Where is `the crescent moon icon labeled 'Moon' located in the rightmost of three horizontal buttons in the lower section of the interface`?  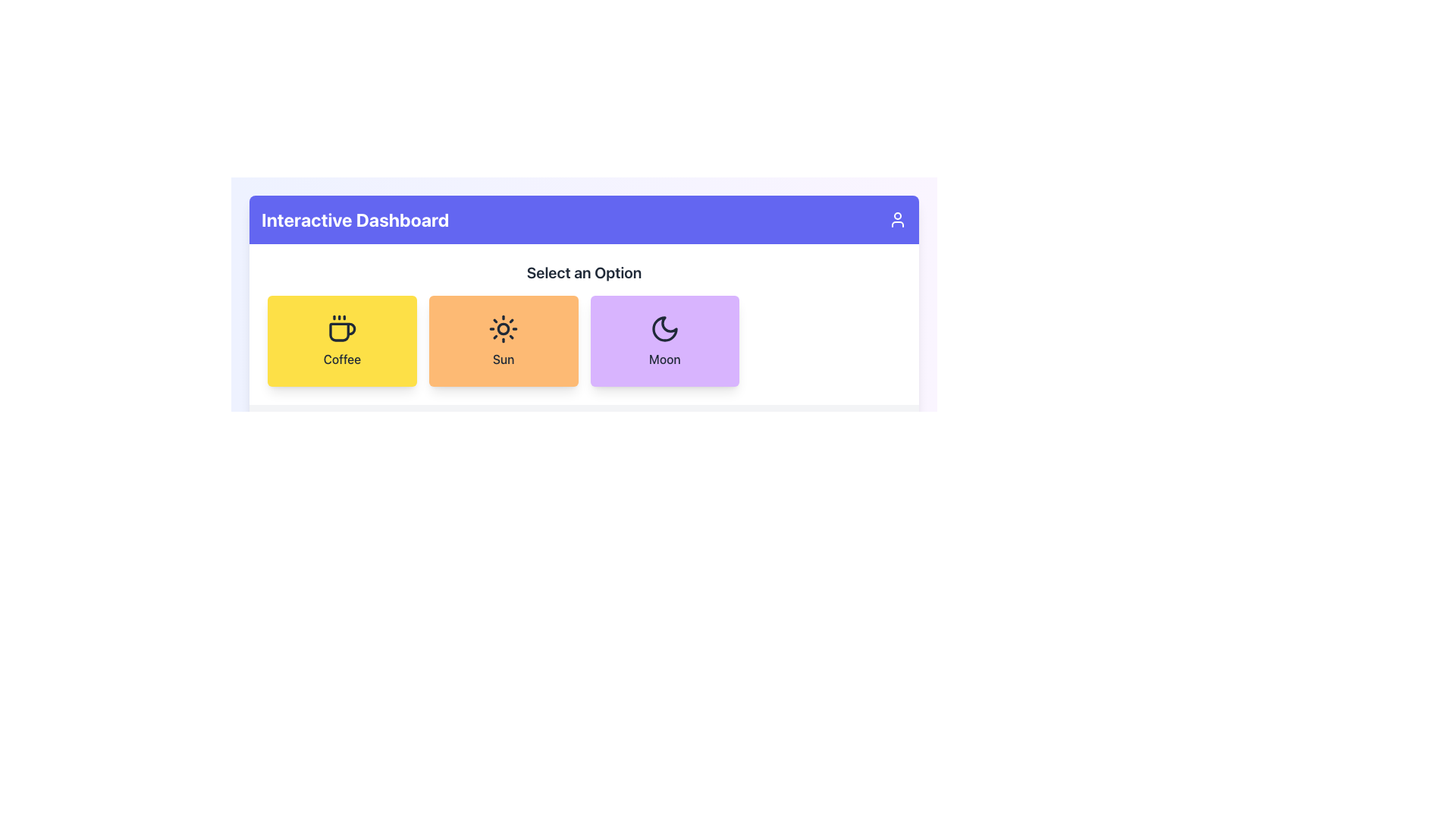 the crescent moon icon labeled 'Moon' located in the rightmost of three horizontal buttons in the lower section of the interface is located at coordinates (664, 328).